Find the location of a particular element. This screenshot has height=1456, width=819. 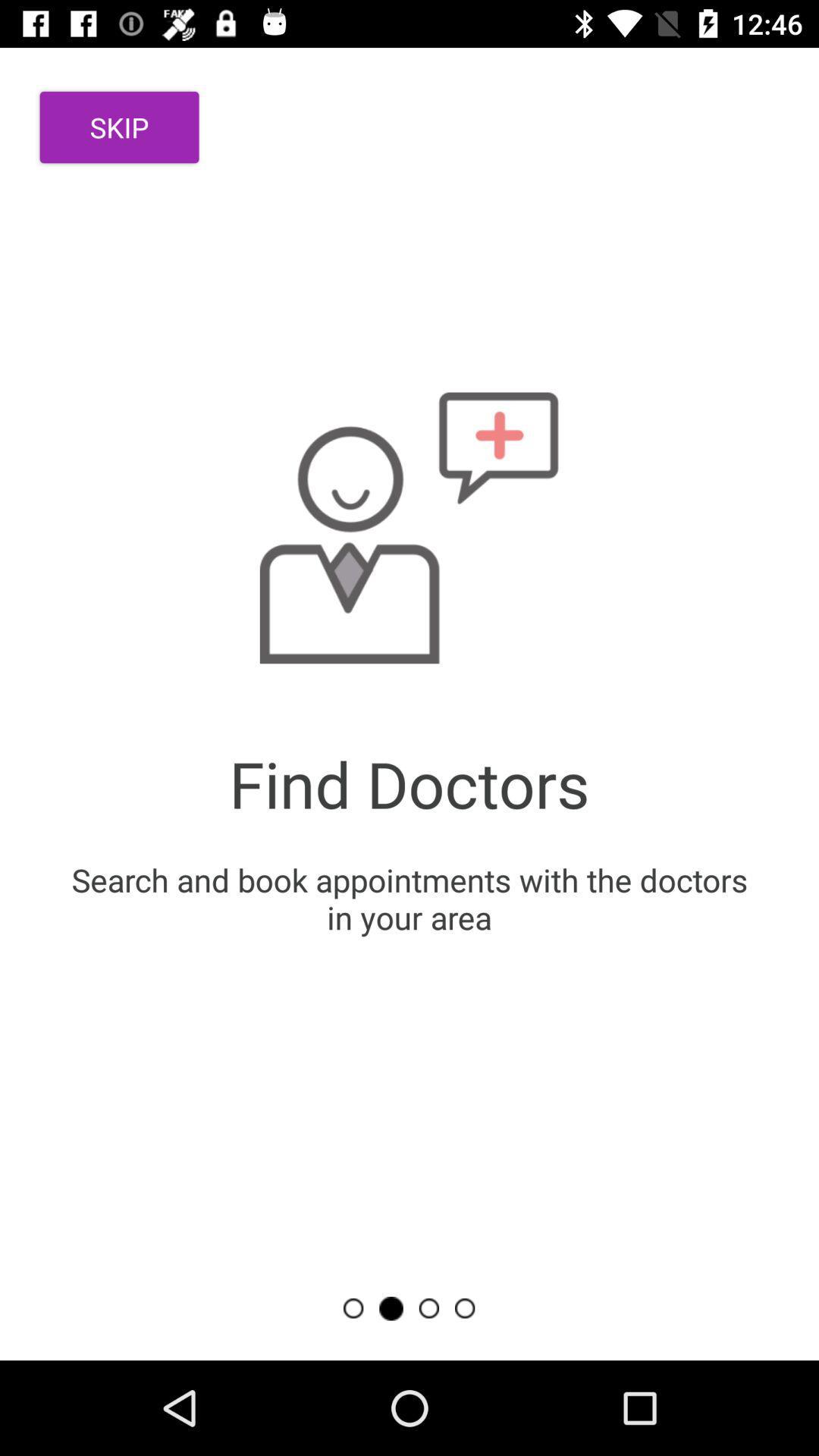

the skip is located at coordinates (118, 127).